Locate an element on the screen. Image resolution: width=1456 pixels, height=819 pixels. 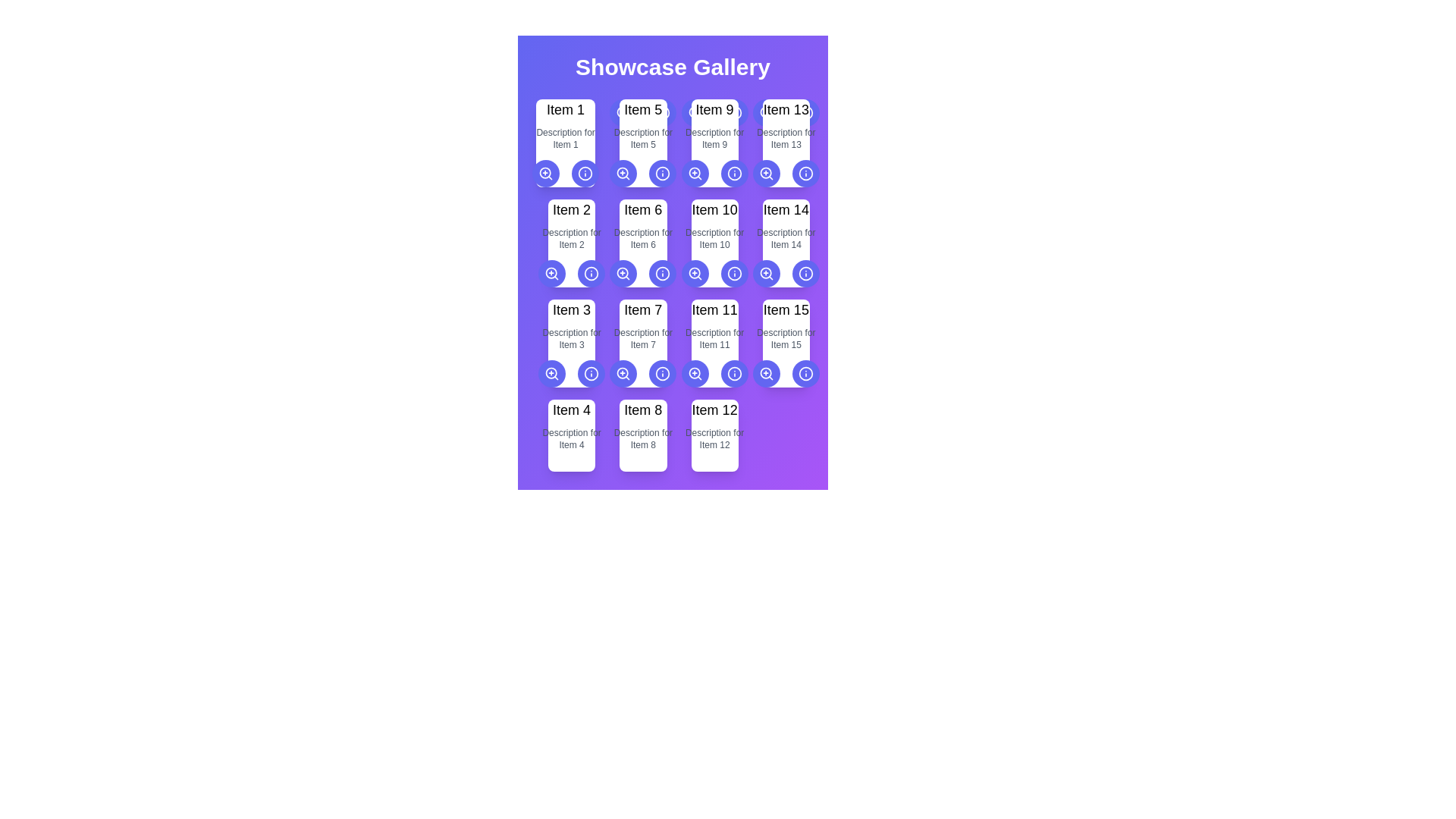
the static informational card displaying information about 'Item 10', which is located in the second row and the third column of the grid layout is located at coordinates (714, 242).